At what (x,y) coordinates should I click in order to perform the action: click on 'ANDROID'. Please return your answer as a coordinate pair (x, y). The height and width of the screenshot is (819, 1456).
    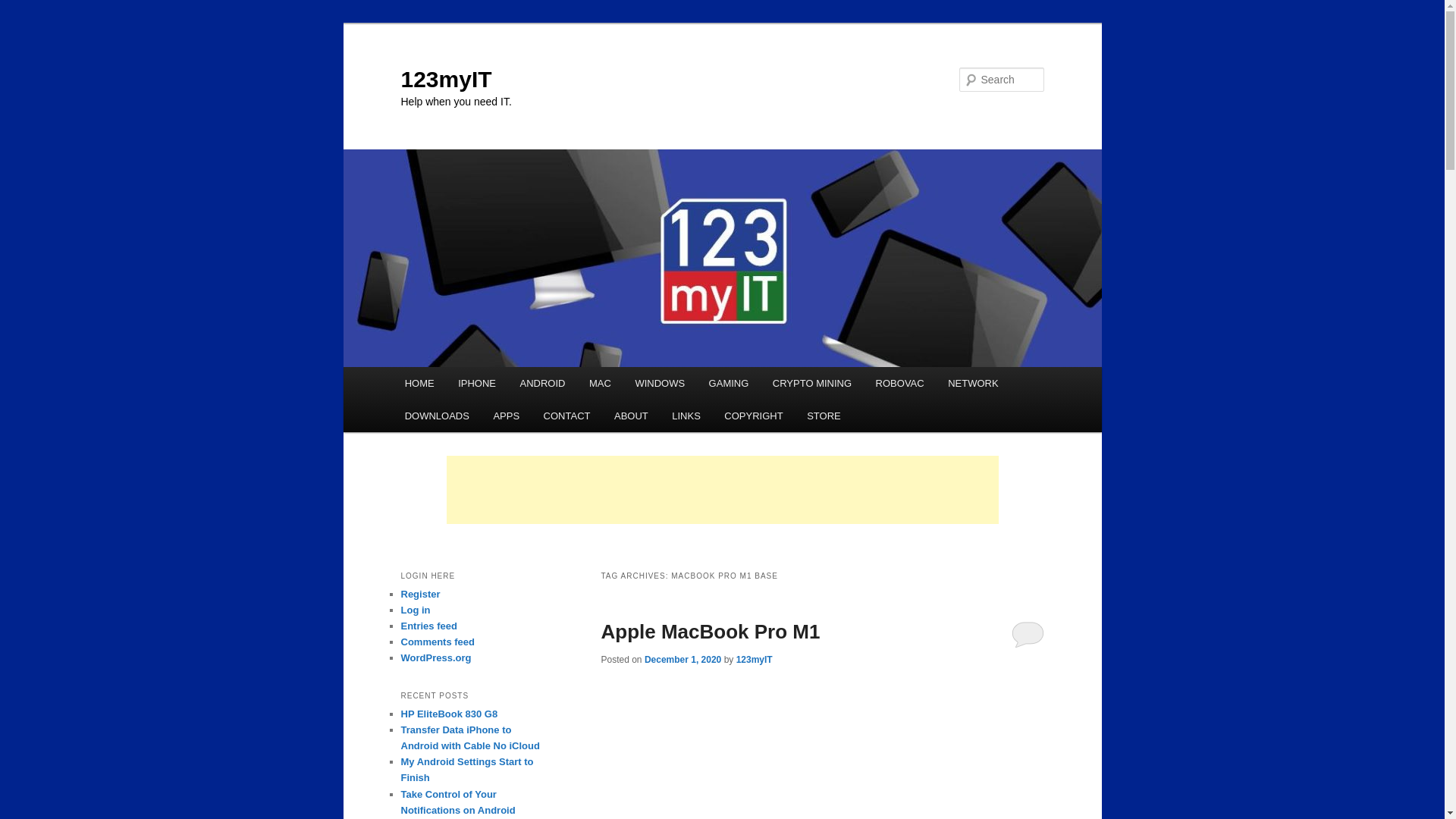
    Looking at the image, I should click on (542, 382).